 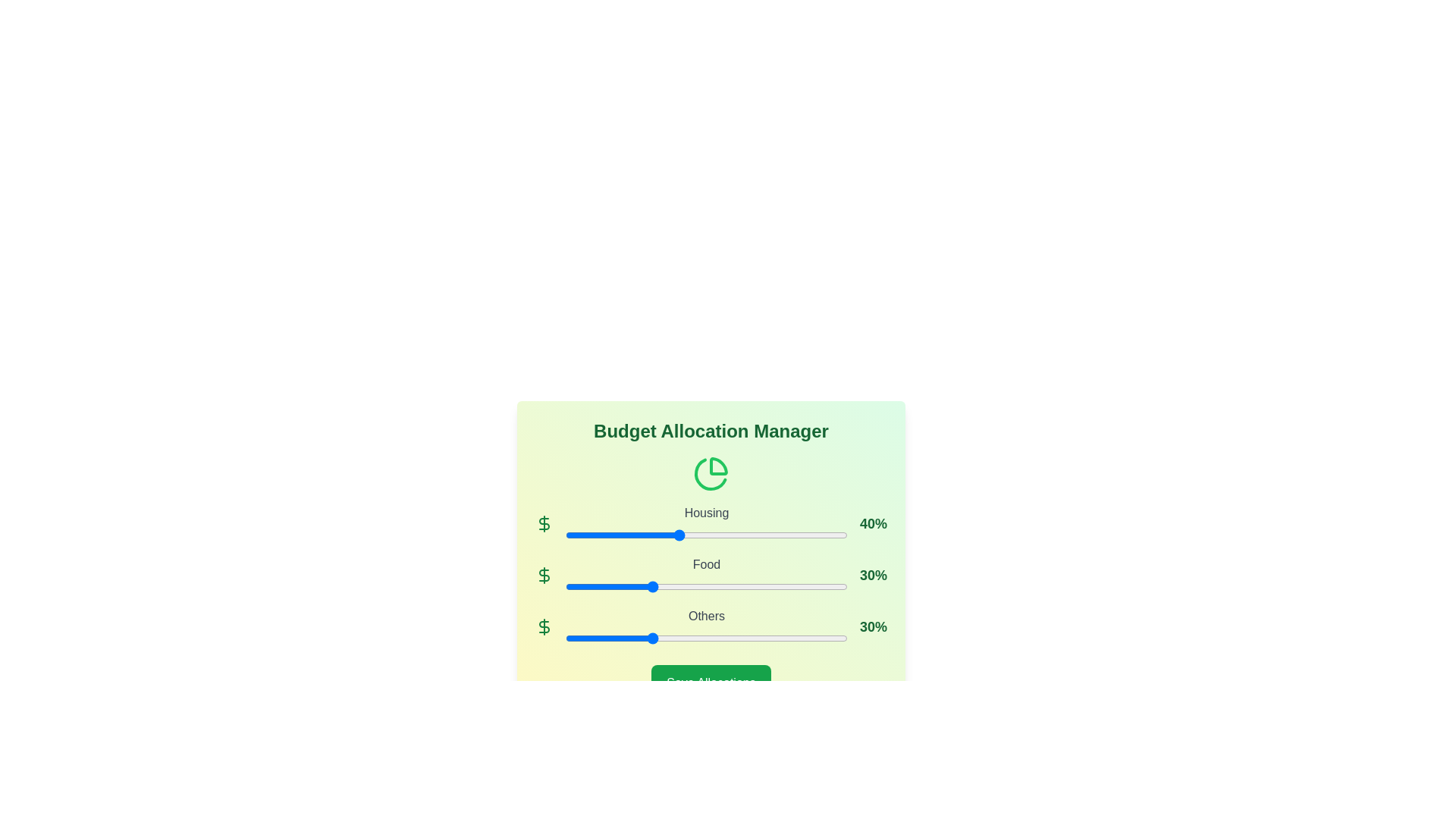 I want to click on the 'Budget Allocation Manager' title to select the text, so click(x=710, y=431).